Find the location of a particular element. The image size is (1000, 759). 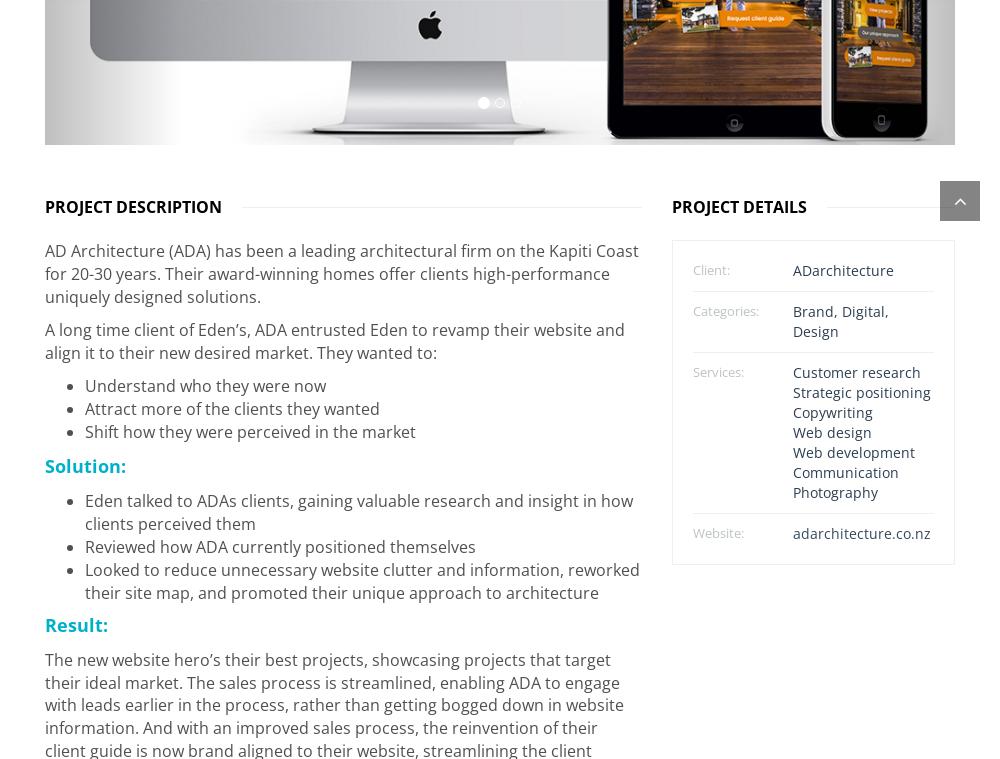

'A long time client of Eden’s, ADA entrusted Eden to revamp their website and align it to their new desired market. They wanted to:' is located at coordinates (334, 332).